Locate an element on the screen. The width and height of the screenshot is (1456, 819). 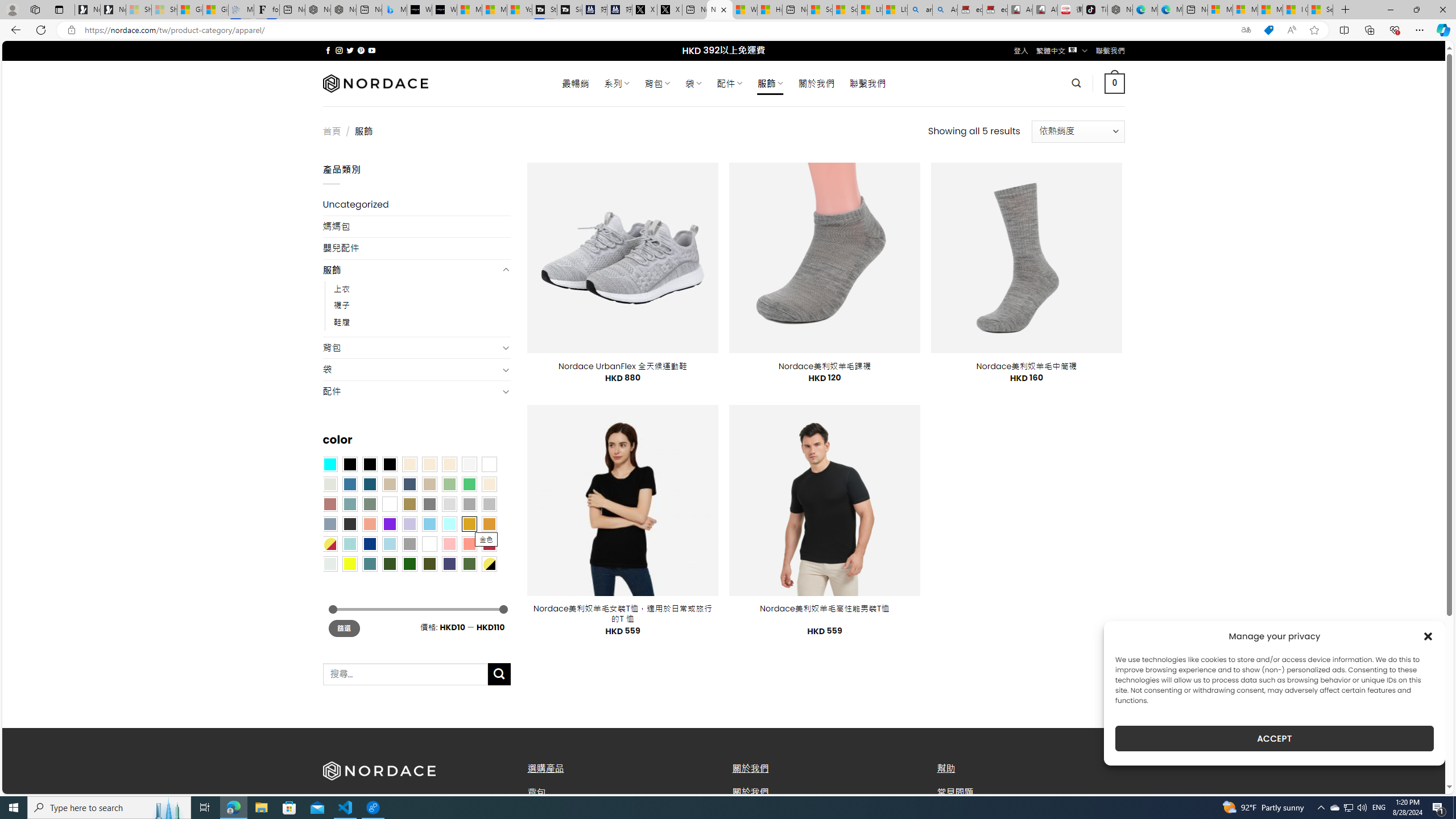
'Show translate options' is located at coordinates (1246, 30).